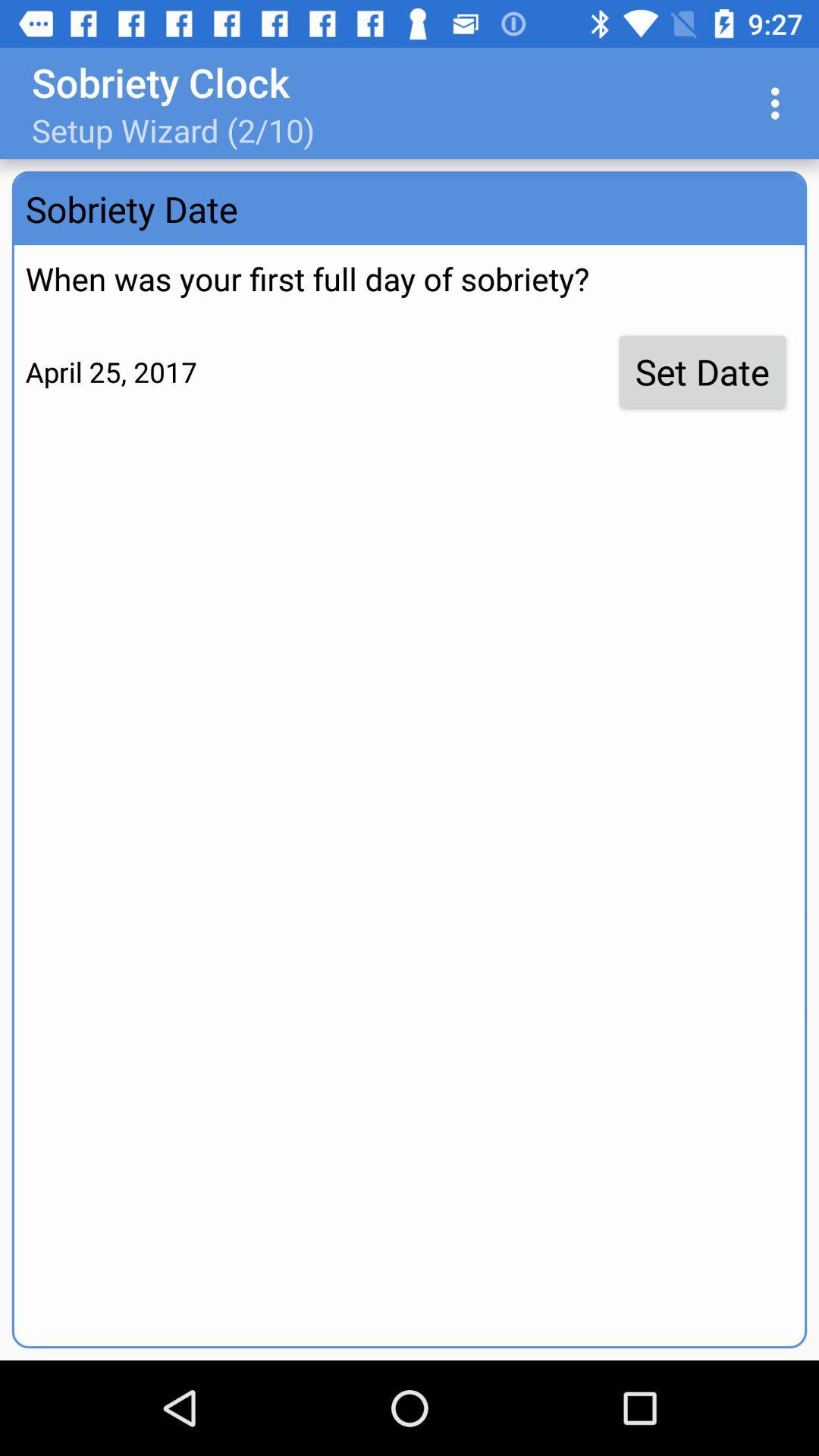  I want to click on set date item, so click(702, 372).